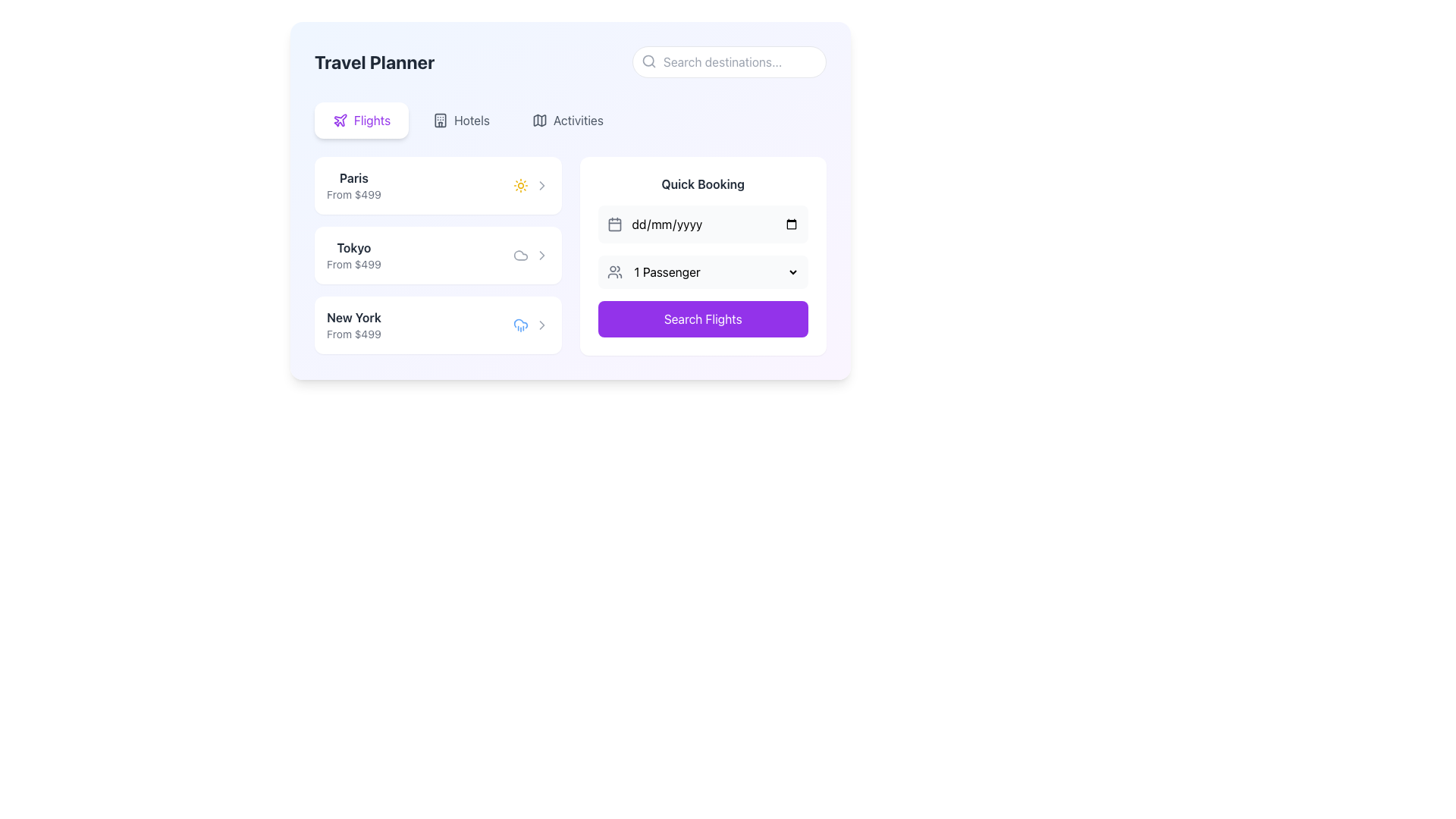 The height and width of the screenshot is (819, 1456). What do you see at coordinates (375, 61) in the screenshot?
I see `the static text element displaying 'Travel Planner' in bold, large font at the top-left of the interface` at bounding box center [375, 61].